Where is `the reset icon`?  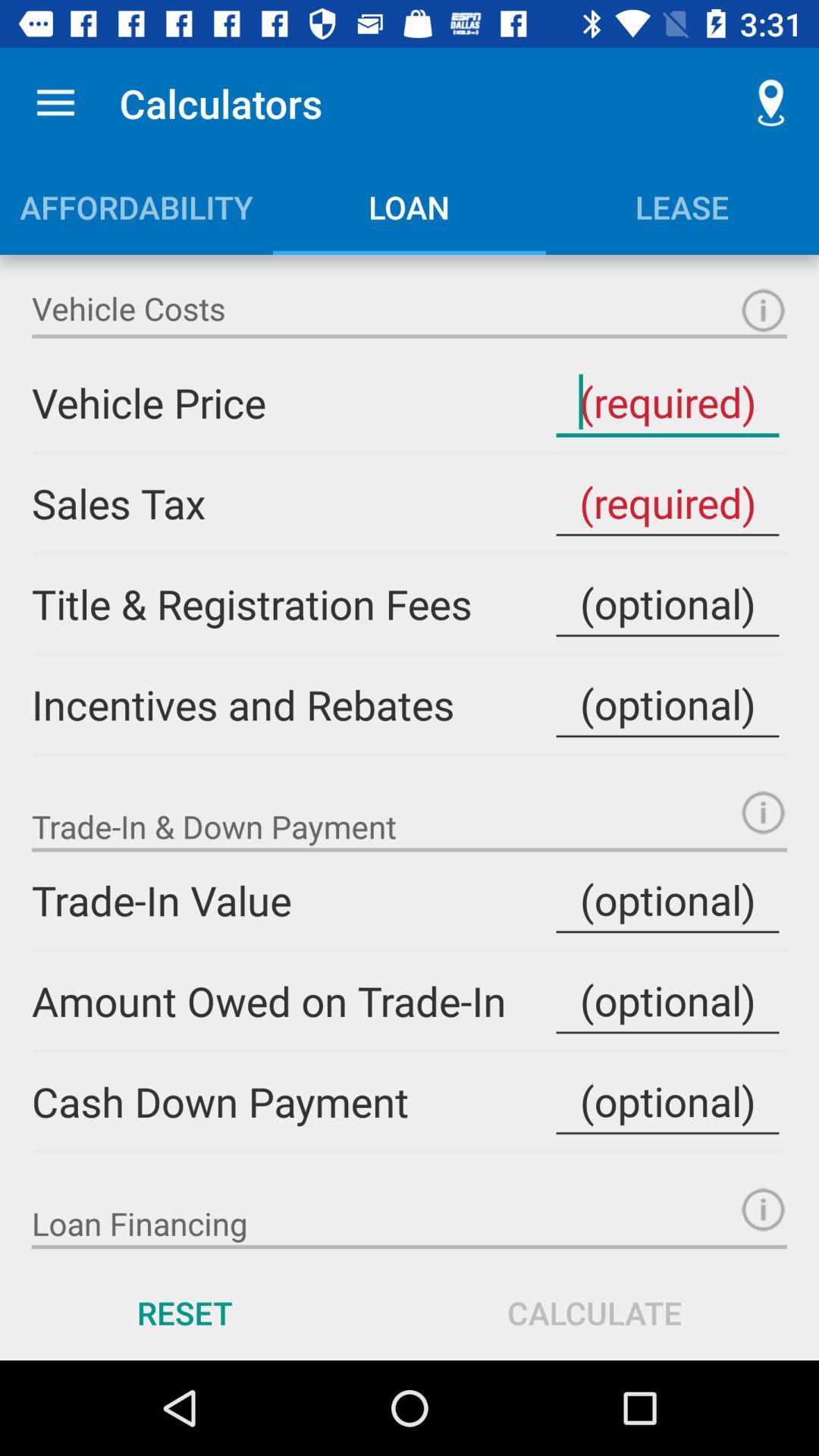
the reset icon is located at coordinates (184, 1312).